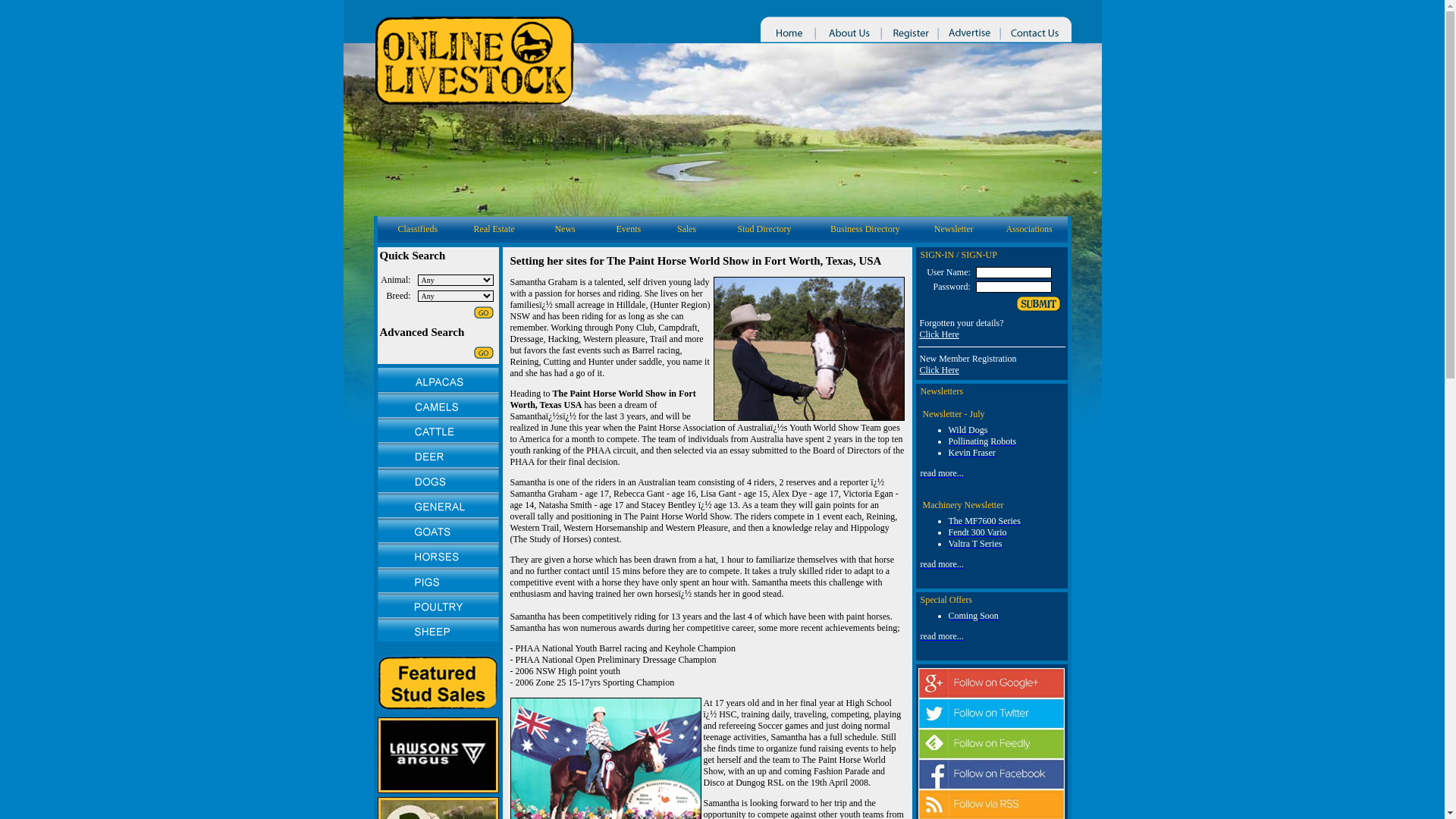 Image resolution: width=1456 pixels, height=819 pixels. I want to click on 'Classifieds', so click(417, 228).